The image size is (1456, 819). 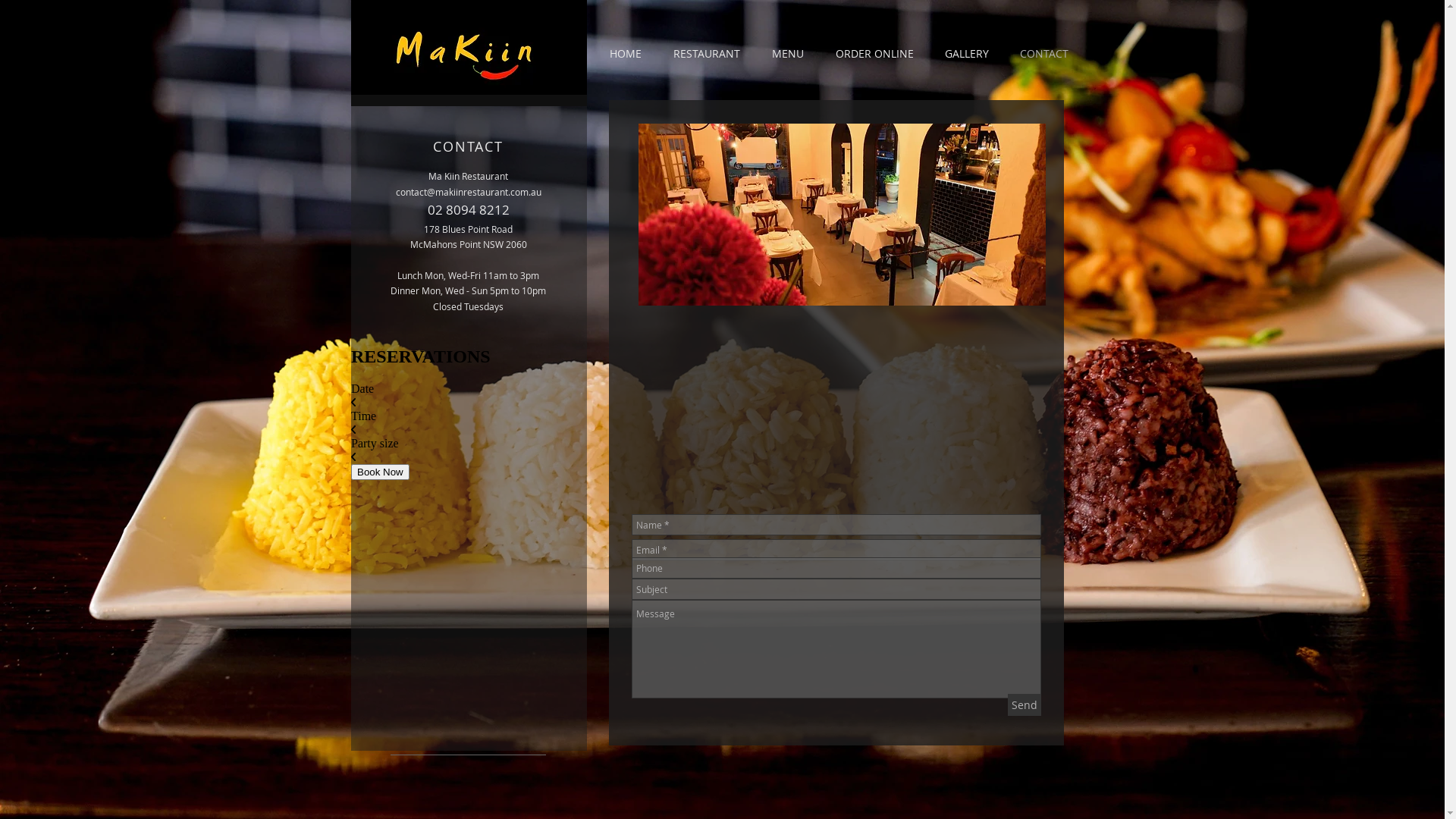 What do you see at coordinates (786, 52) in the screenshot?
I see `'MENU'` at bounding box center [786, 52].